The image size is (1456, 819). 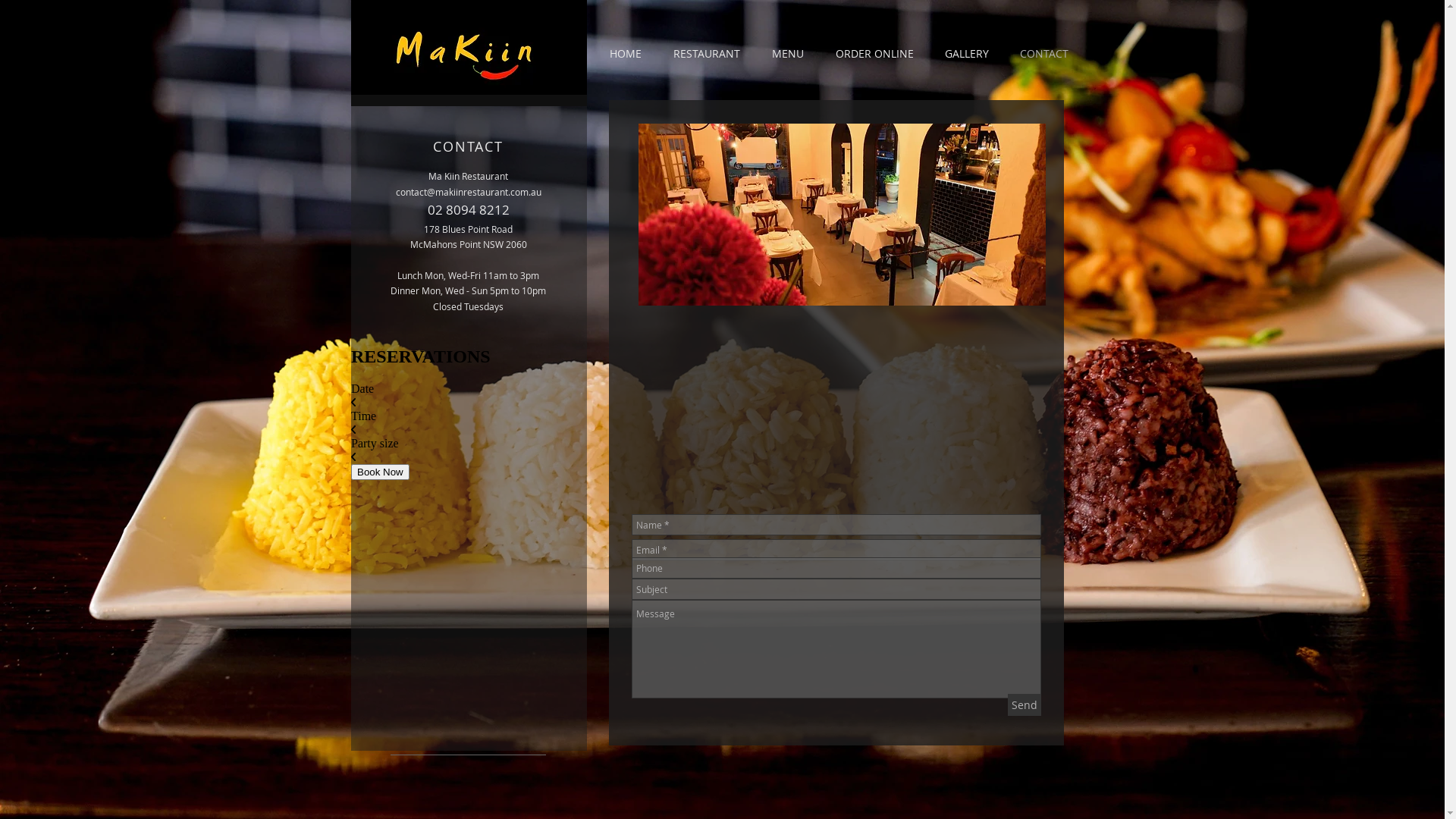 What do you see at coordinates (786, 52) in the screenshot?
I see `'MENU'` at bounding box center [786, 52].